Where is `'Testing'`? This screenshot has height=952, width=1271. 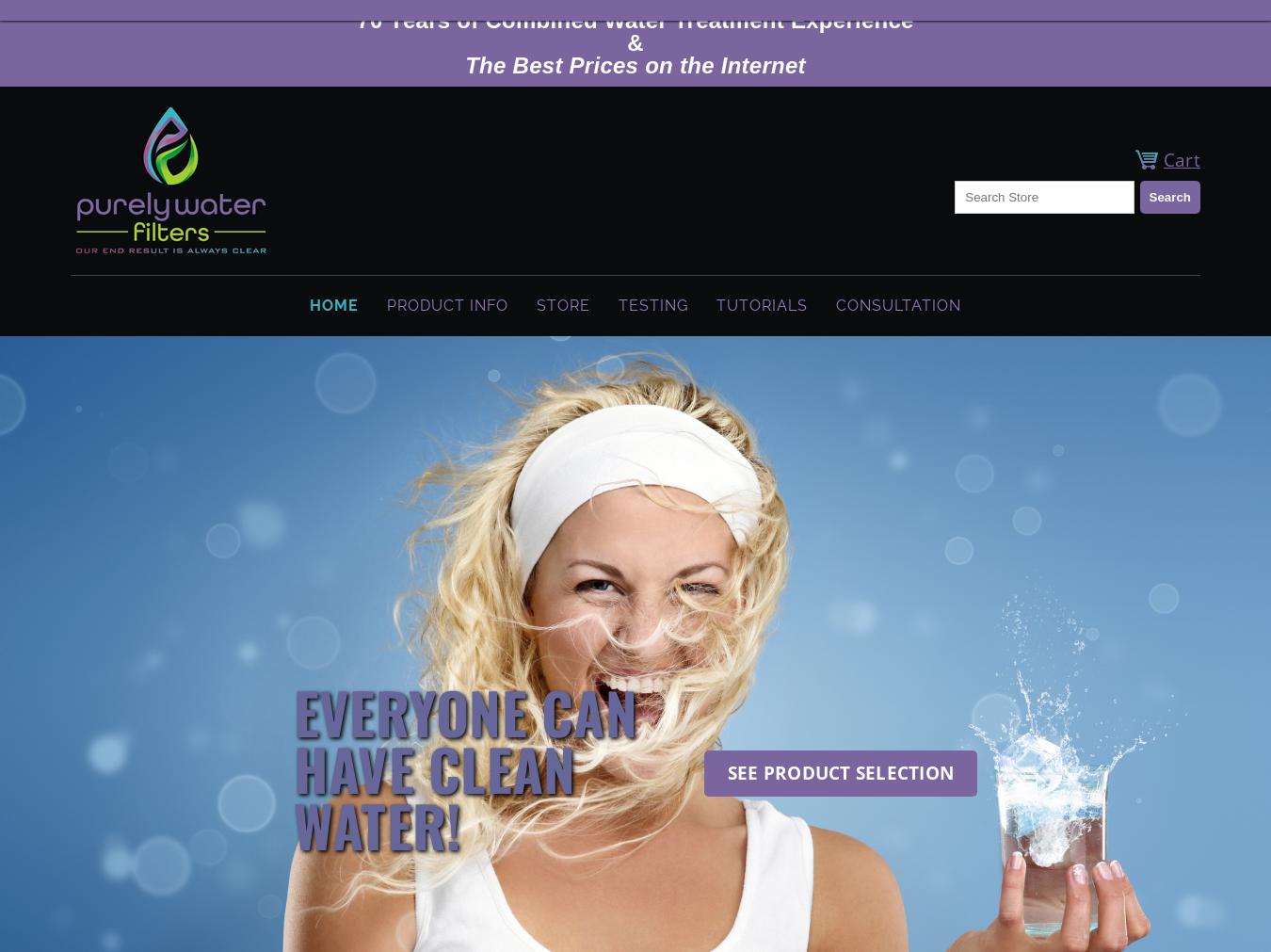 'Testing' is located at coordinates (652, 305).